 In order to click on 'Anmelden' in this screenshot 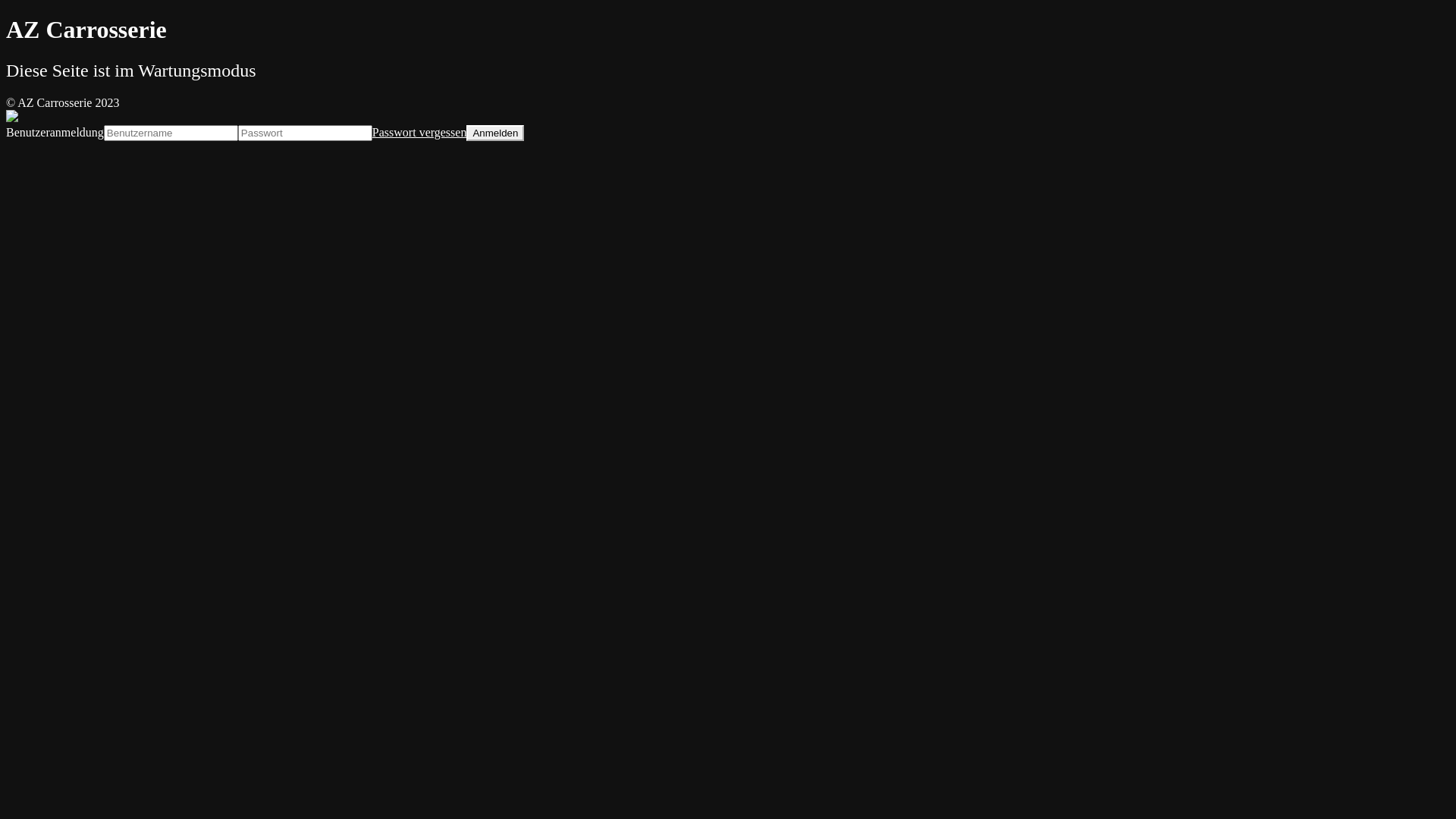, I will do `click(465, 132)`.